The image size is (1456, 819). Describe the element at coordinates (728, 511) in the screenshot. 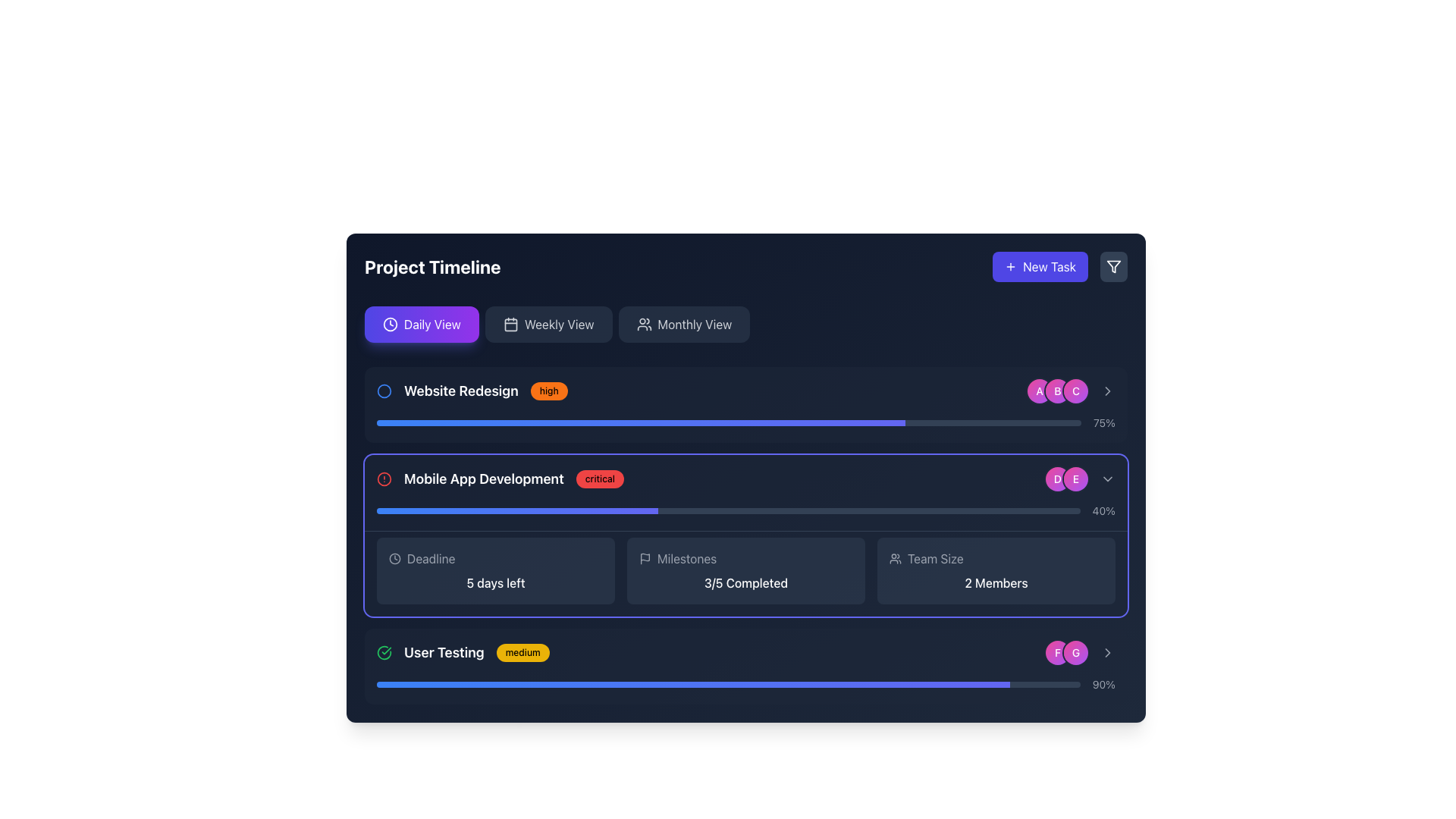

I see `the horizontal progress bar located in the 'Mobile App Development' section, which has a dark slate background and a gradient fill that reaches approximately 40% width` at that location.